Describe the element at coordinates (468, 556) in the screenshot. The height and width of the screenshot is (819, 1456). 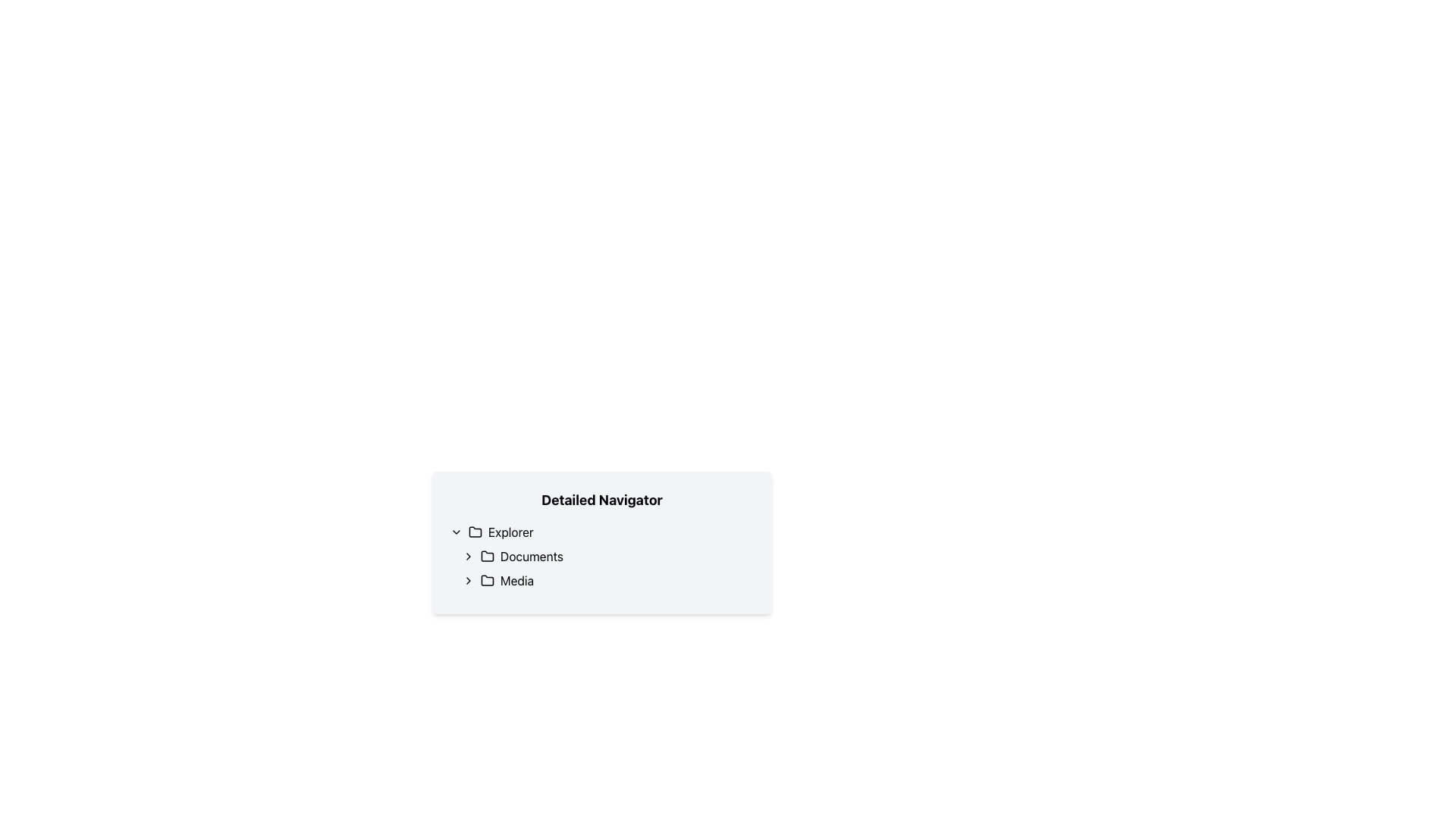
I see `the right-pointing arrow icon located in the 'Documents' section` at that location.